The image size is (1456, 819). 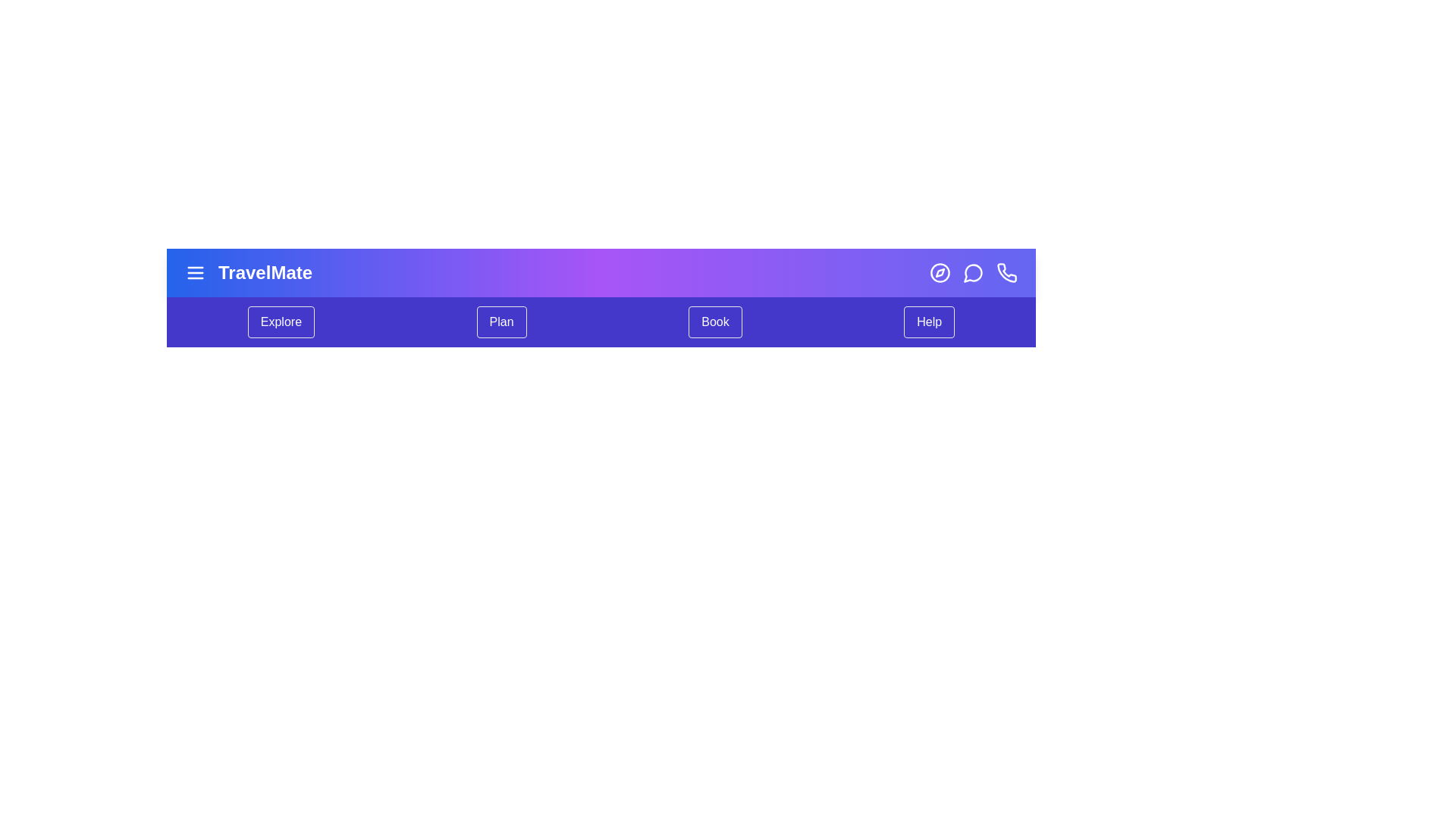 I want to click on compass icon to trigger its associated functionality, so click(x=939, y=271).